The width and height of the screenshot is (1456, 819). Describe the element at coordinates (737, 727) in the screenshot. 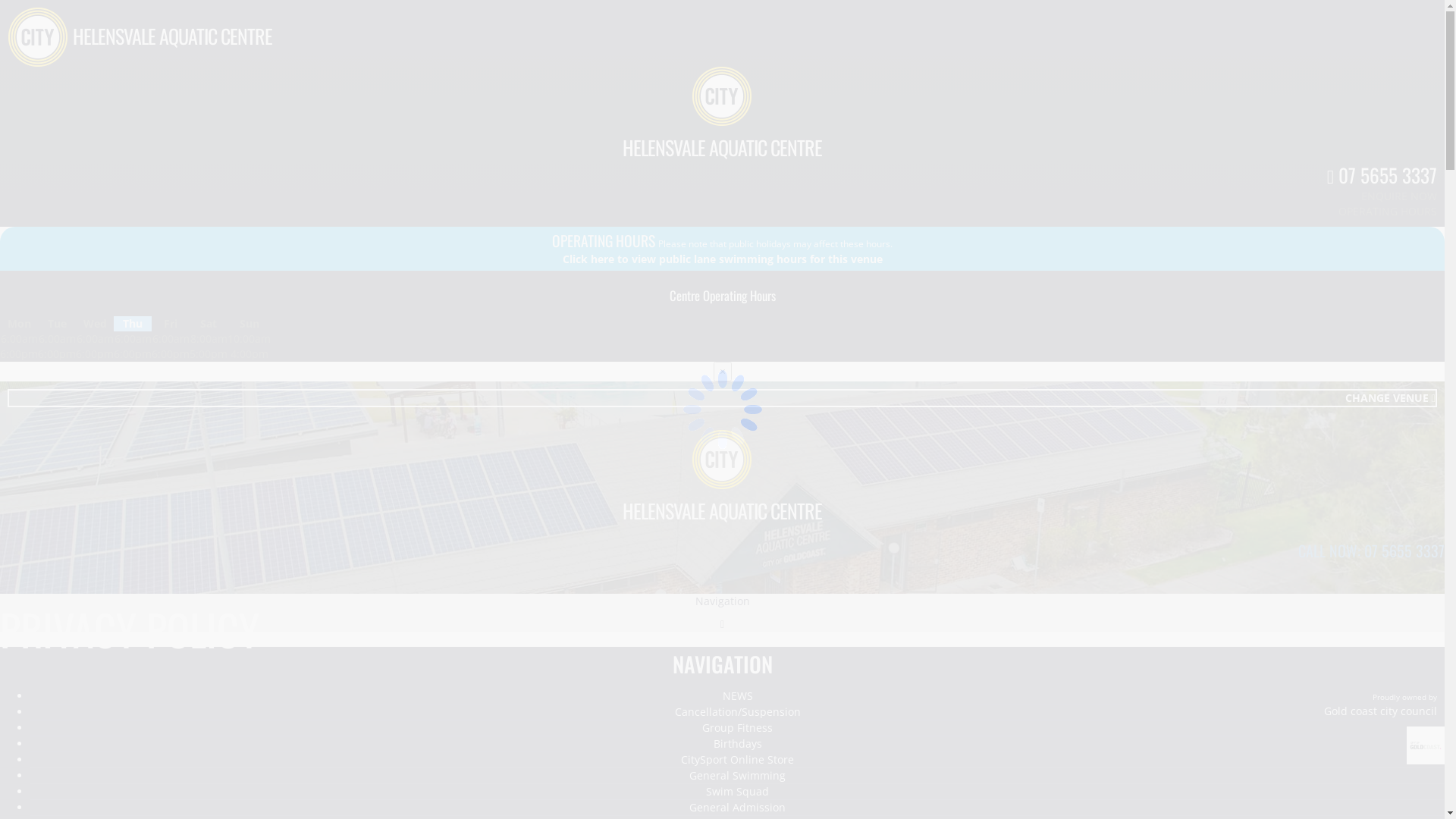

I see `'Group Fitness'` at that location.